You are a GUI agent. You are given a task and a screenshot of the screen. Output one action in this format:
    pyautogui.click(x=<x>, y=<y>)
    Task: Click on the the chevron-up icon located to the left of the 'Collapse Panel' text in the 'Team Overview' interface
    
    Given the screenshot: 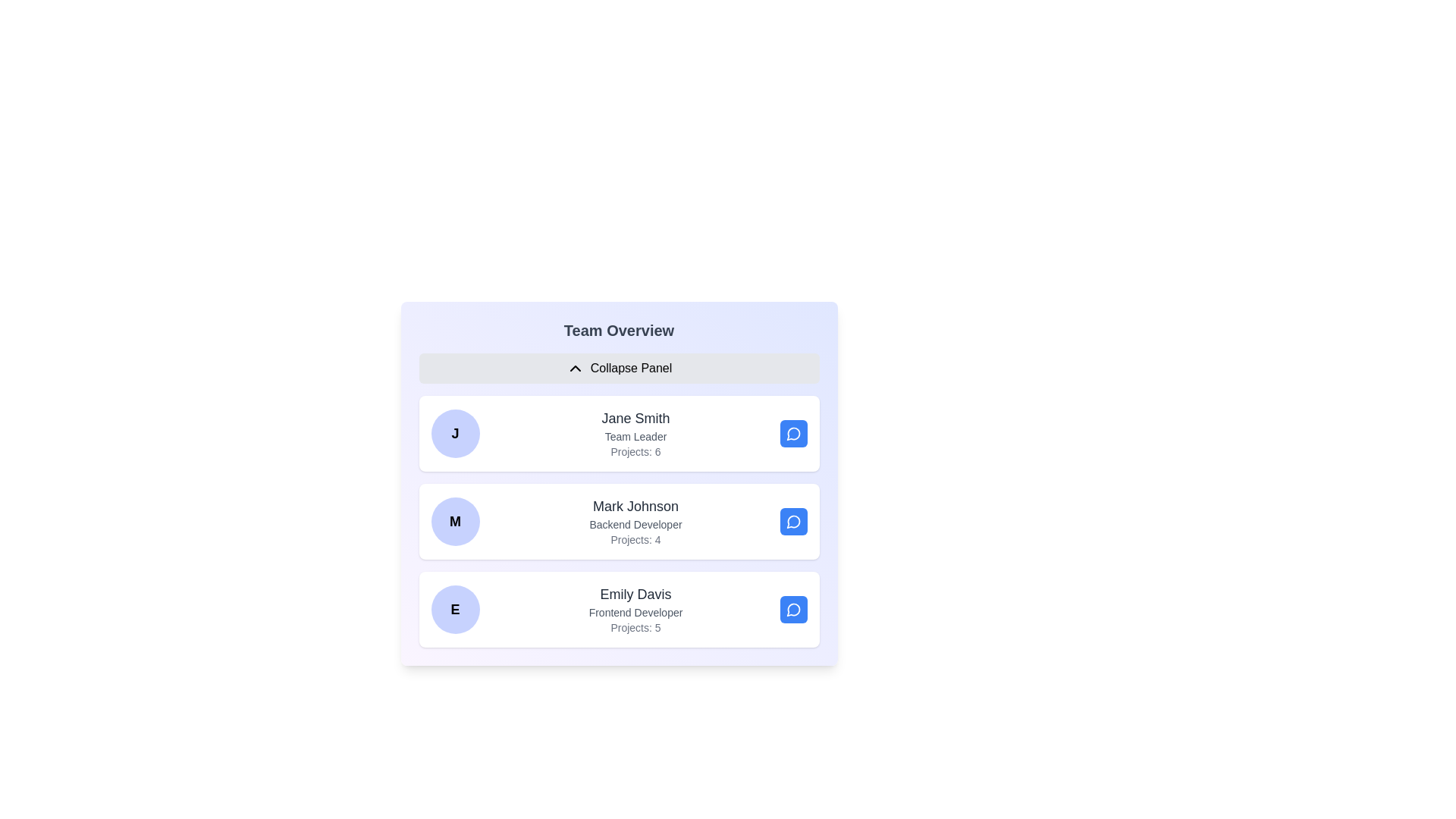 What is the action you would take?
    pyautogui.click(x=574, y=369)
    